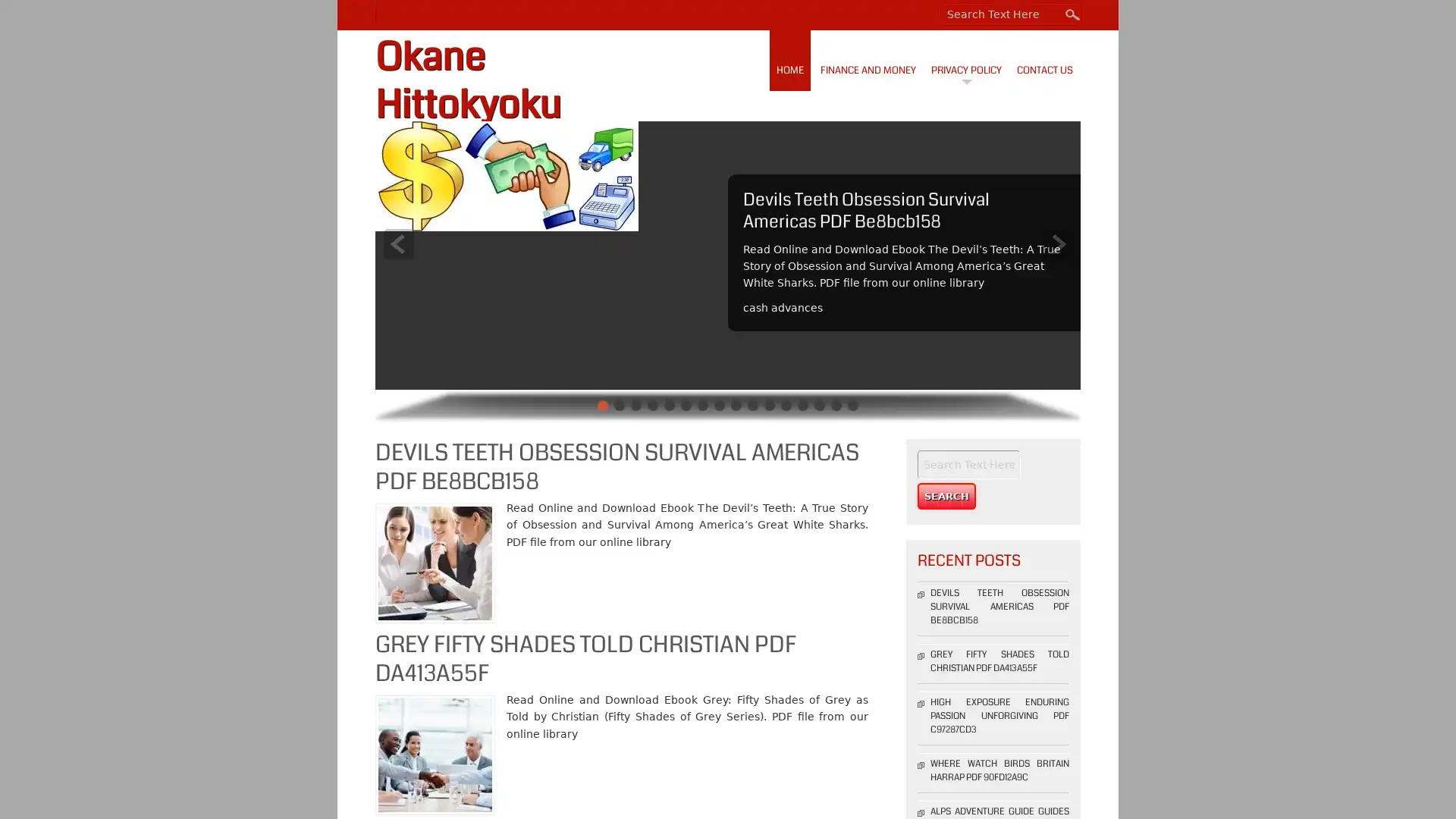 The image size is (1456, 819). What do you see at coordinates (946, 496) in the screenshot?
I see `Search` at bounding box center [946, 496].